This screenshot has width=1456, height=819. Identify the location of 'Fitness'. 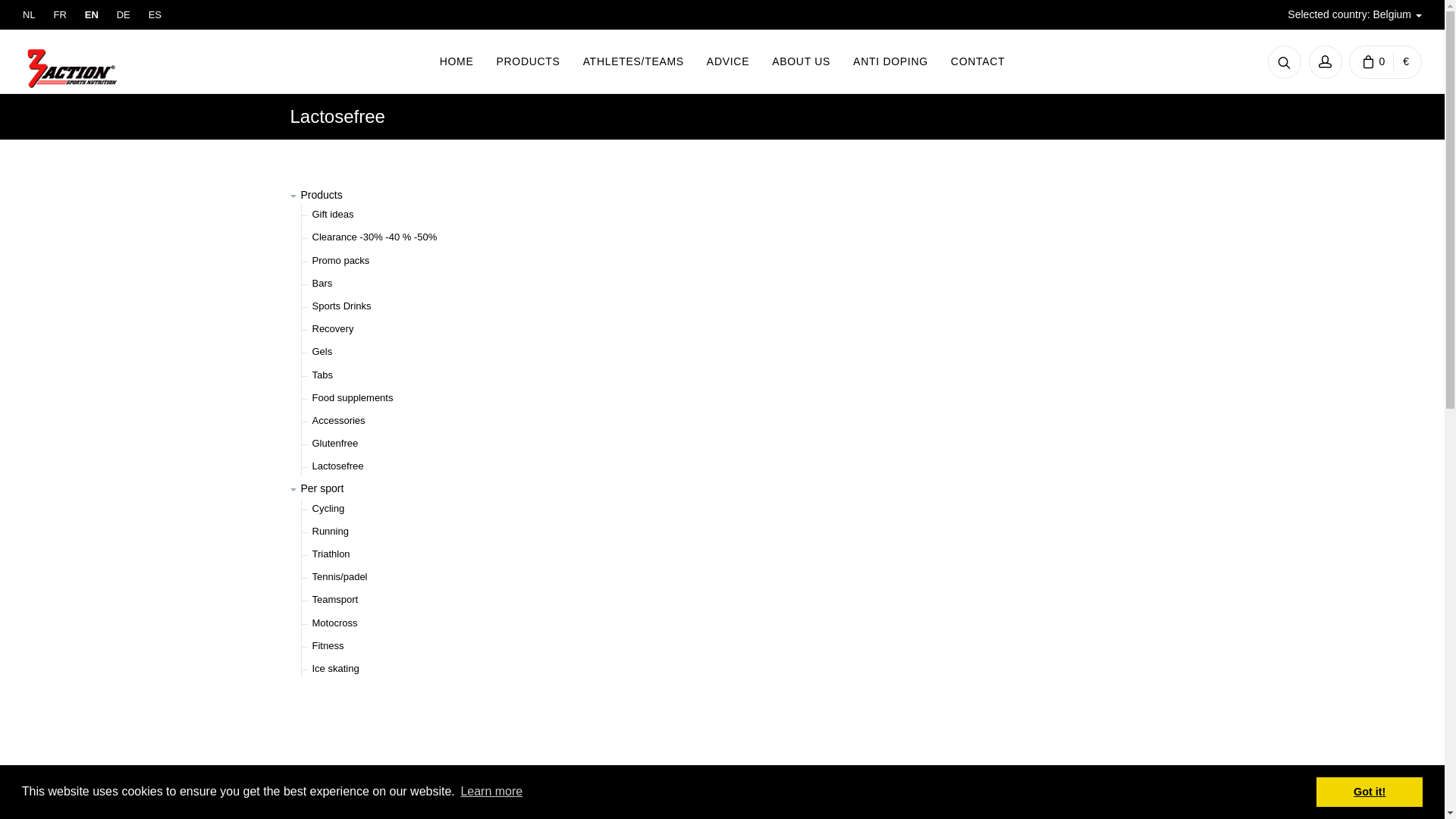
(312, 645).